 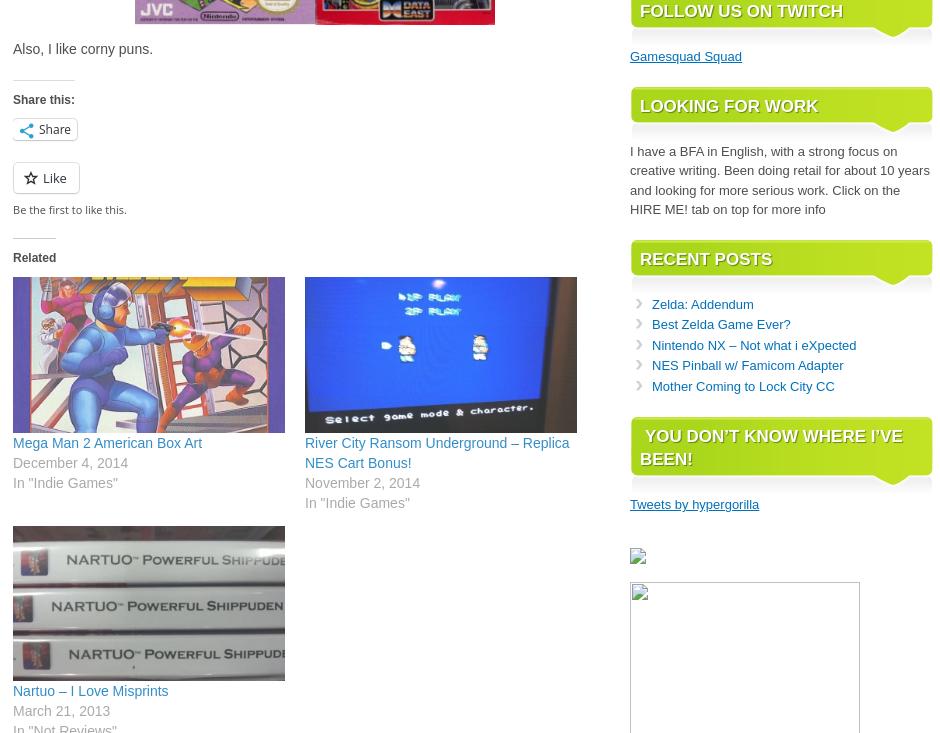 What do you see at coordinates (42, 99) in the screenshot?
I see `'Share this:'` at bounding box center [42, 99].